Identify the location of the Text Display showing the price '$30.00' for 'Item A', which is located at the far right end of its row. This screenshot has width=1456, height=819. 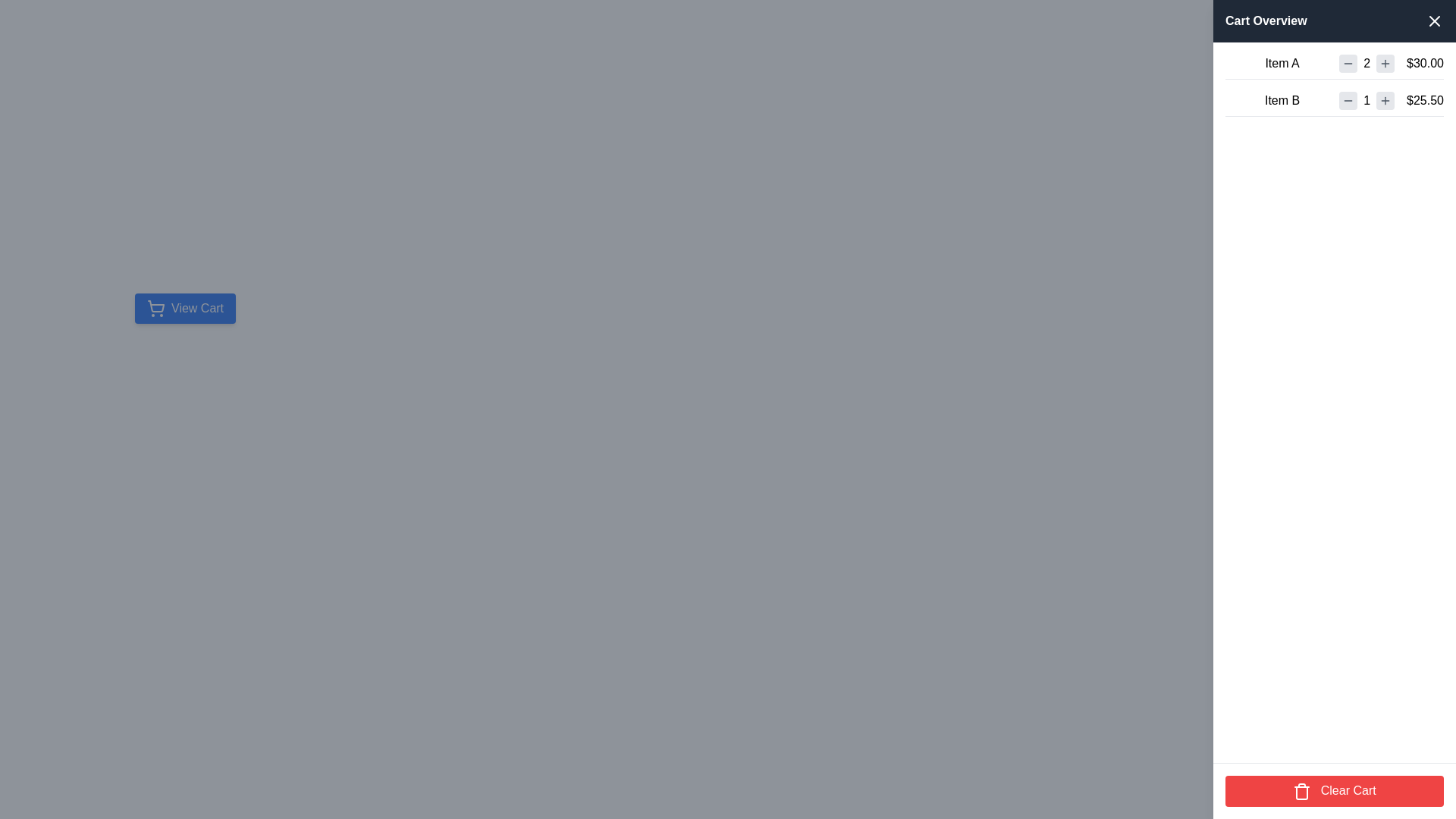
(1424, 63).